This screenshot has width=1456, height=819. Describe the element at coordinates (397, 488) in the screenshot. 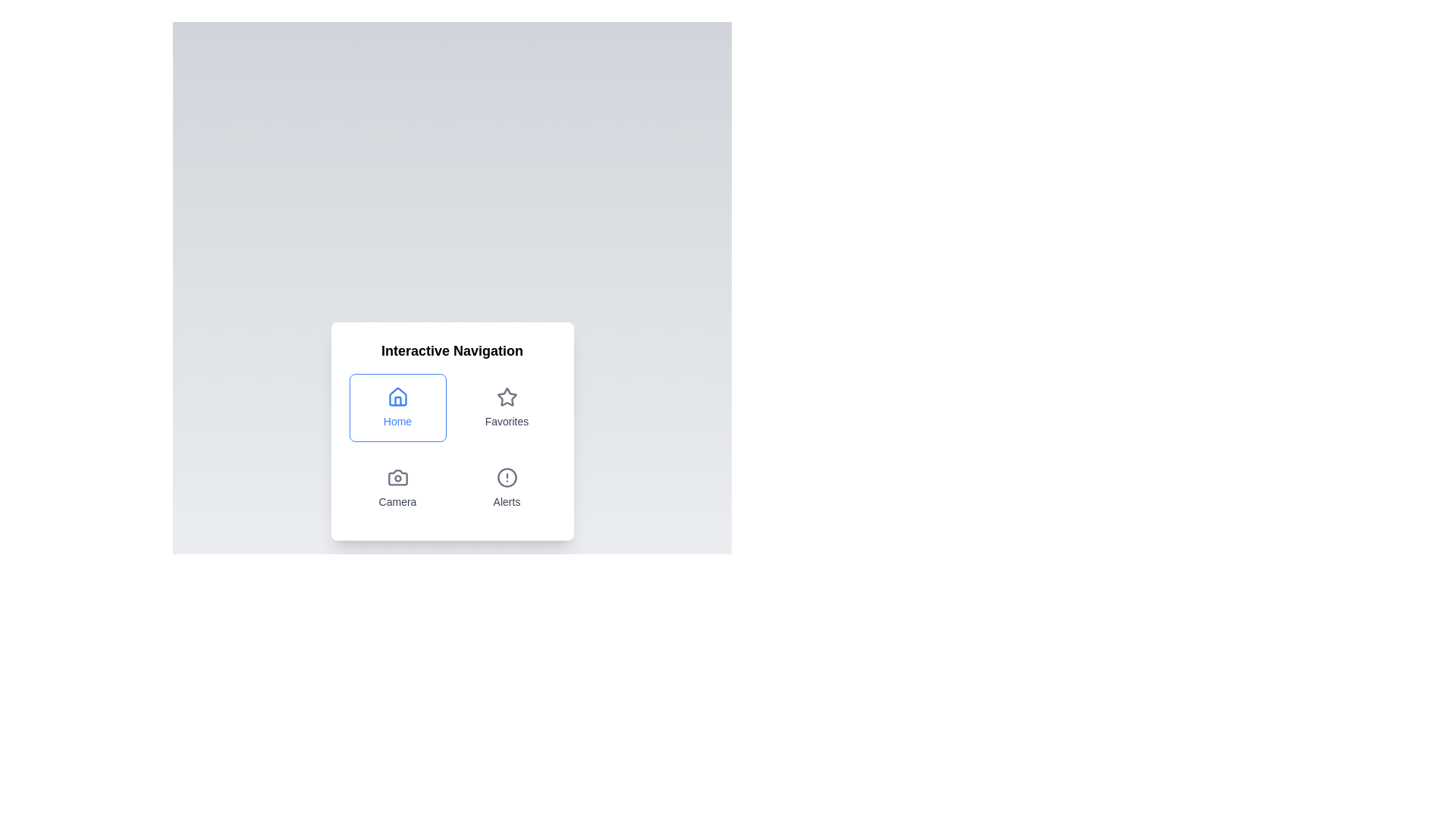

I see `the navigation item corresponding to Camera to activate it` at that location.